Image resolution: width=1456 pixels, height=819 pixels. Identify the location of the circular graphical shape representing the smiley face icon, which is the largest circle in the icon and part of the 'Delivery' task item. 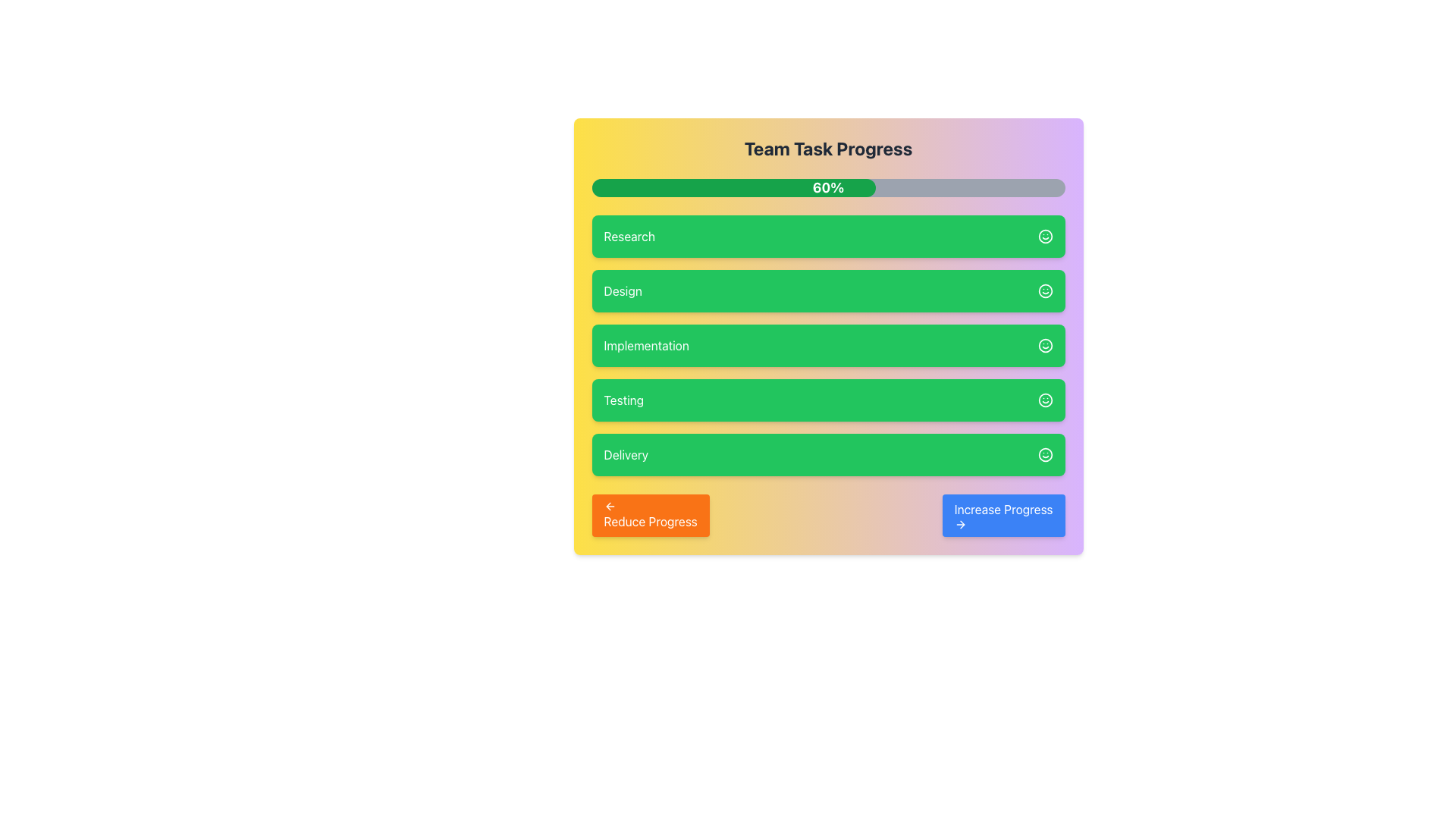
(1044, 454).